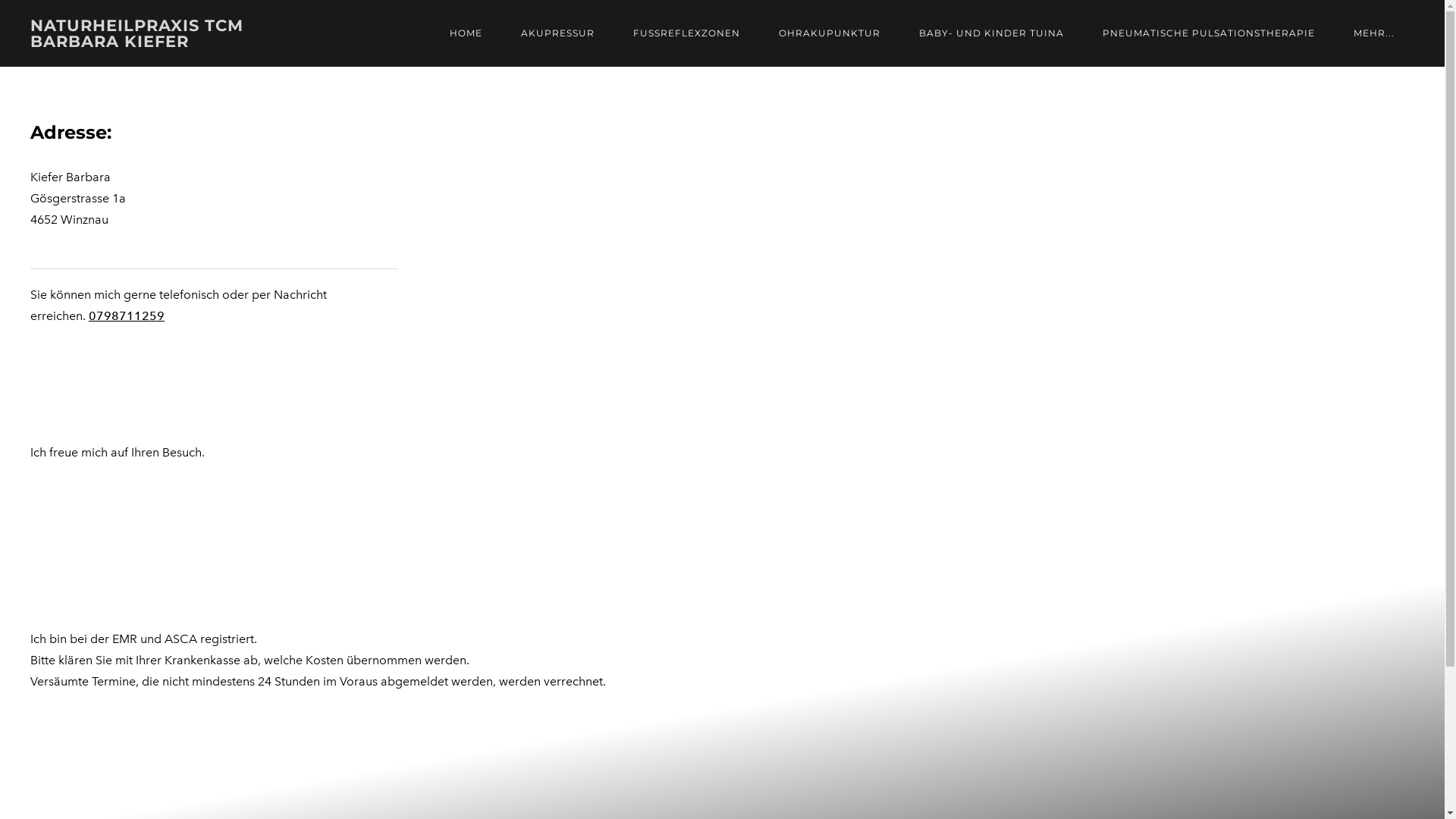 The image size is (1456, 819). I want to click on 'BABY- UND KINDER TUINA', so click(991, 33).